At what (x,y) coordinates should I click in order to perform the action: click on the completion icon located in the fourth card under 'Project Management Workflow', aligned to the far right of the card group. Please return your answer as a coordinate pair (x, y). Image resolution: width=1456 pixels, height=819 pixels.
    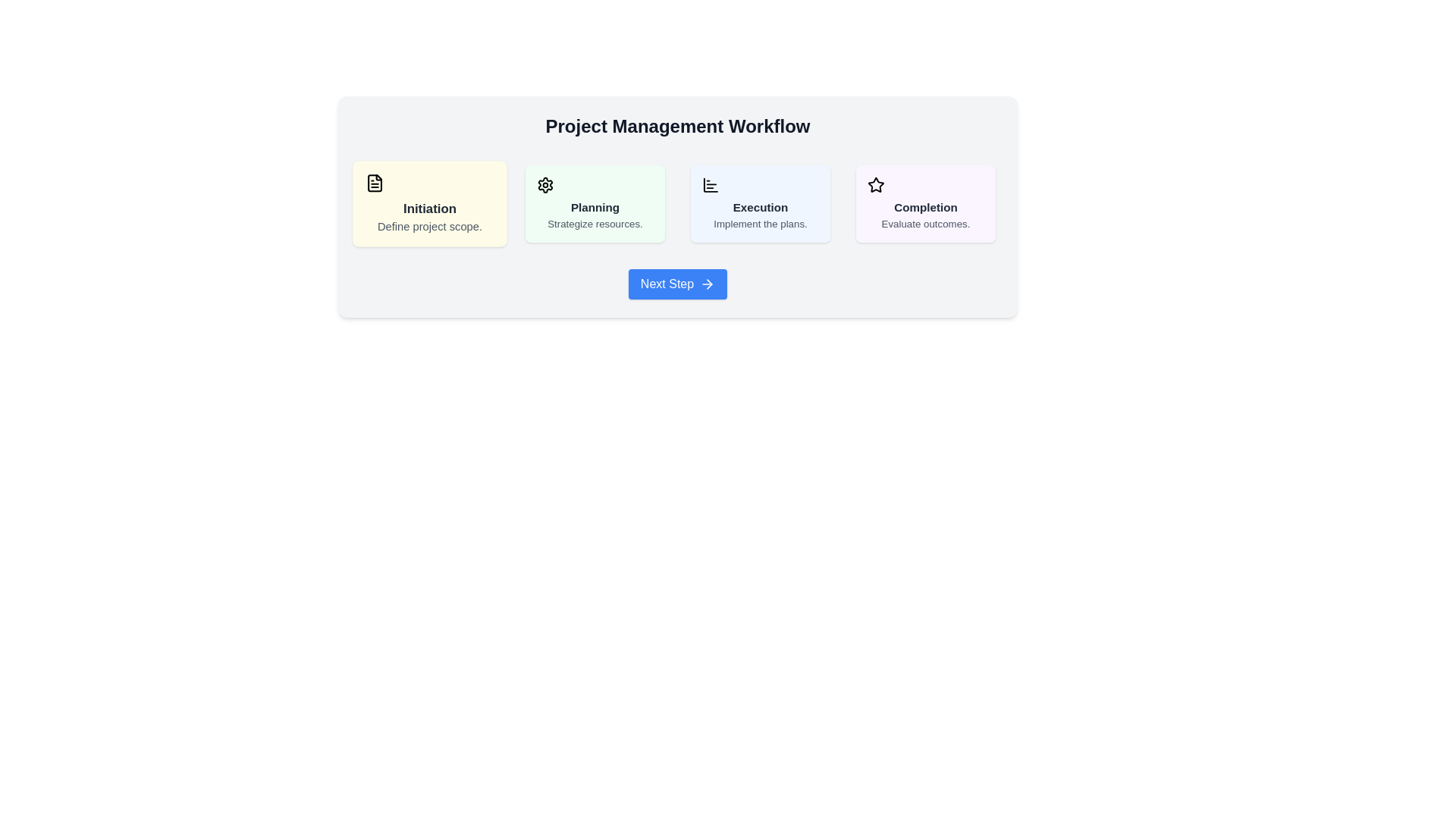
    Looking at the image, I should click on (876, 184).